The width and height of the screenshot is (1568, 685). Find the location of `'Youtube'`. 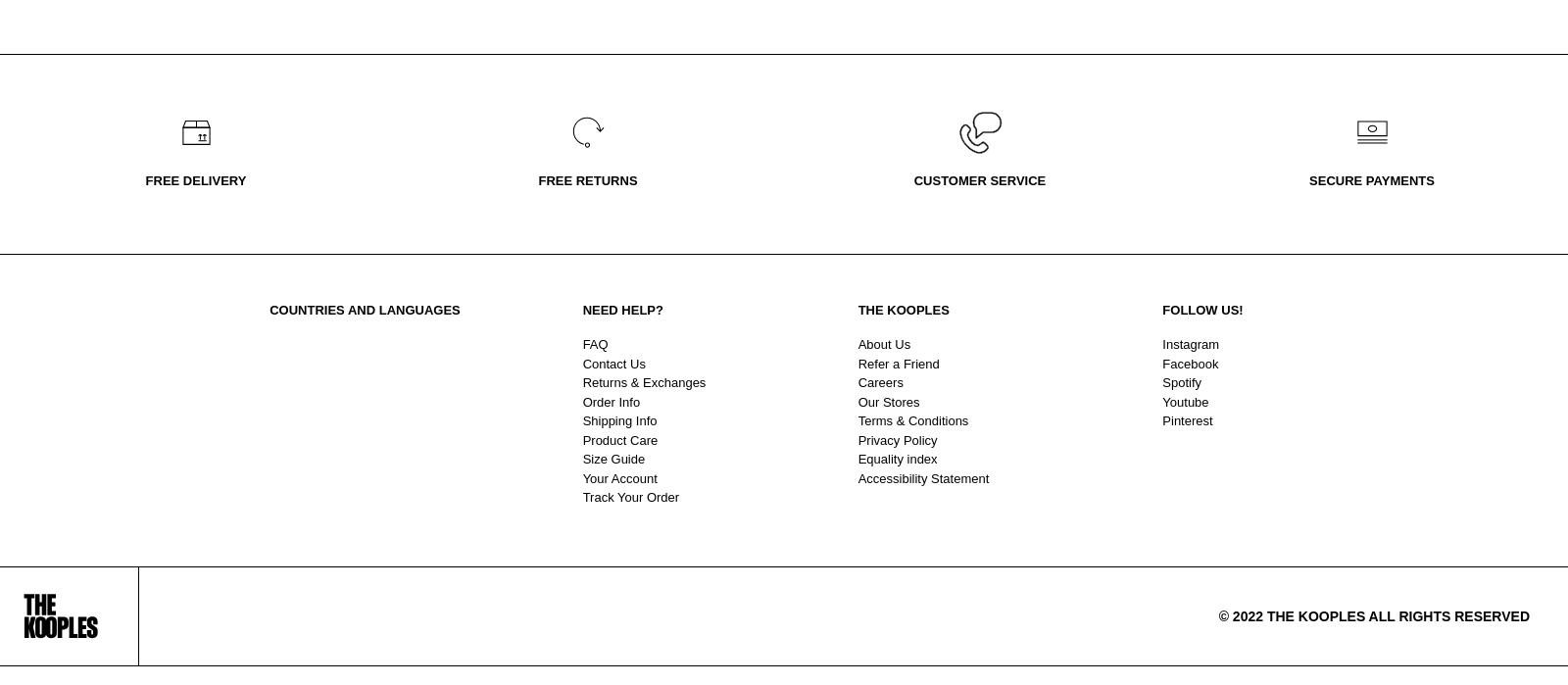

'Youtube' is located at coordinates (1184, 400).